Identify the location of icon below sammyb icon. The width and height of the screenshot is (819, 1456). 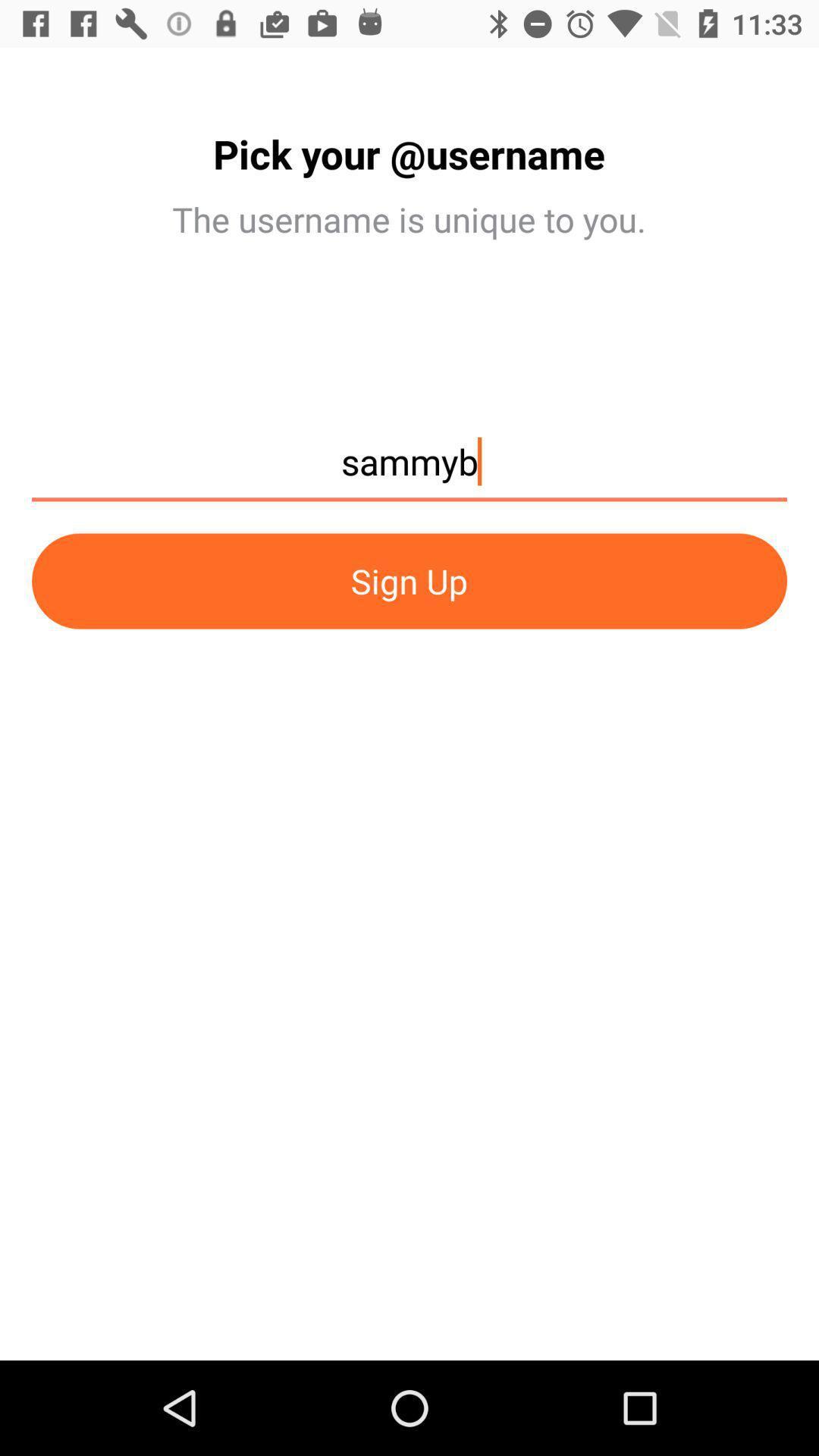
(409, 580).